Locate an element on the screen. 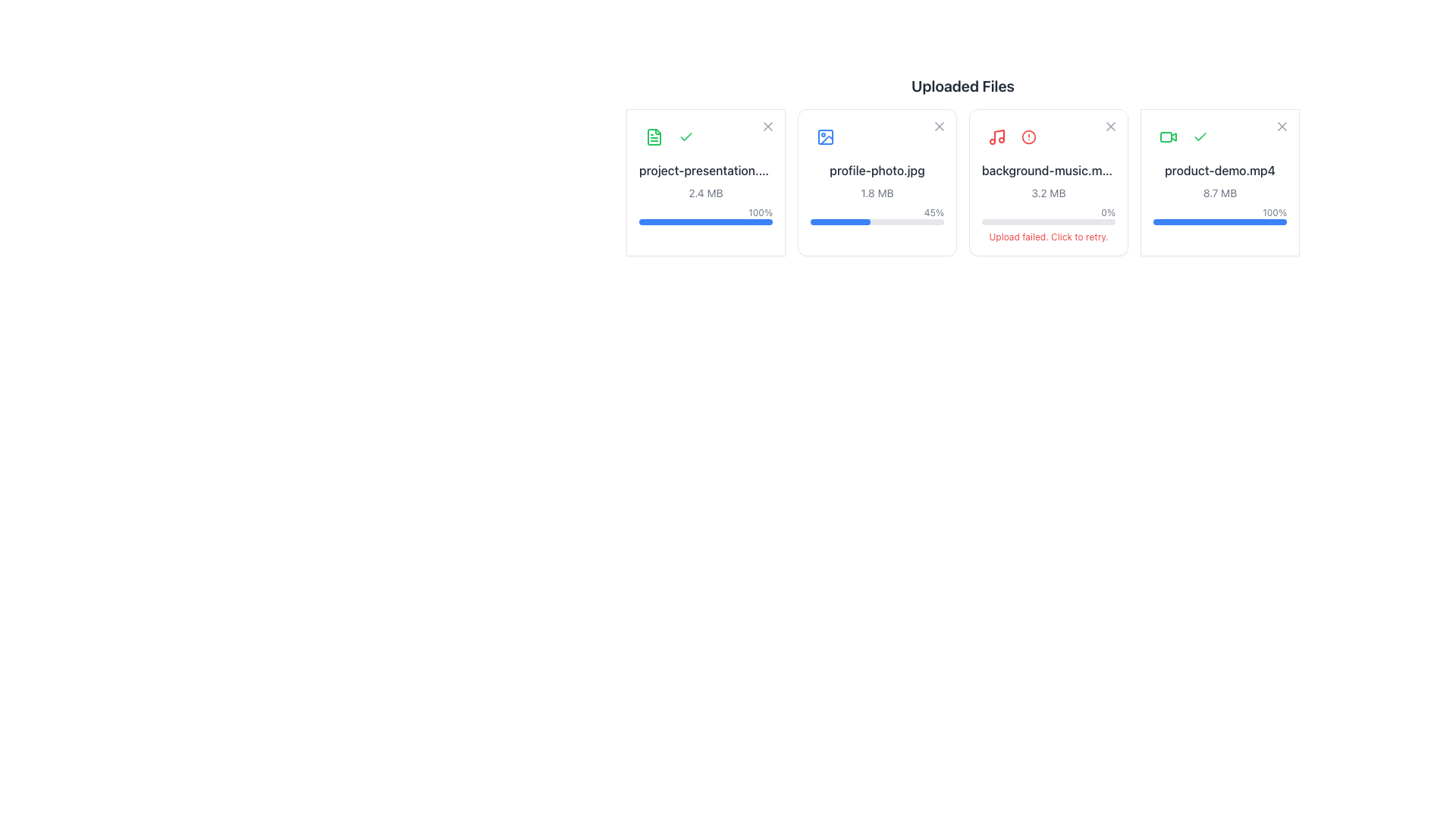 The height and width of the screenshot is (819, 1456). the progress bar indicating upload progress for the file 'profile-photo.jpg', located in the second slot of the 'Uploaded Files' grid is located at coordinates (877, 216).